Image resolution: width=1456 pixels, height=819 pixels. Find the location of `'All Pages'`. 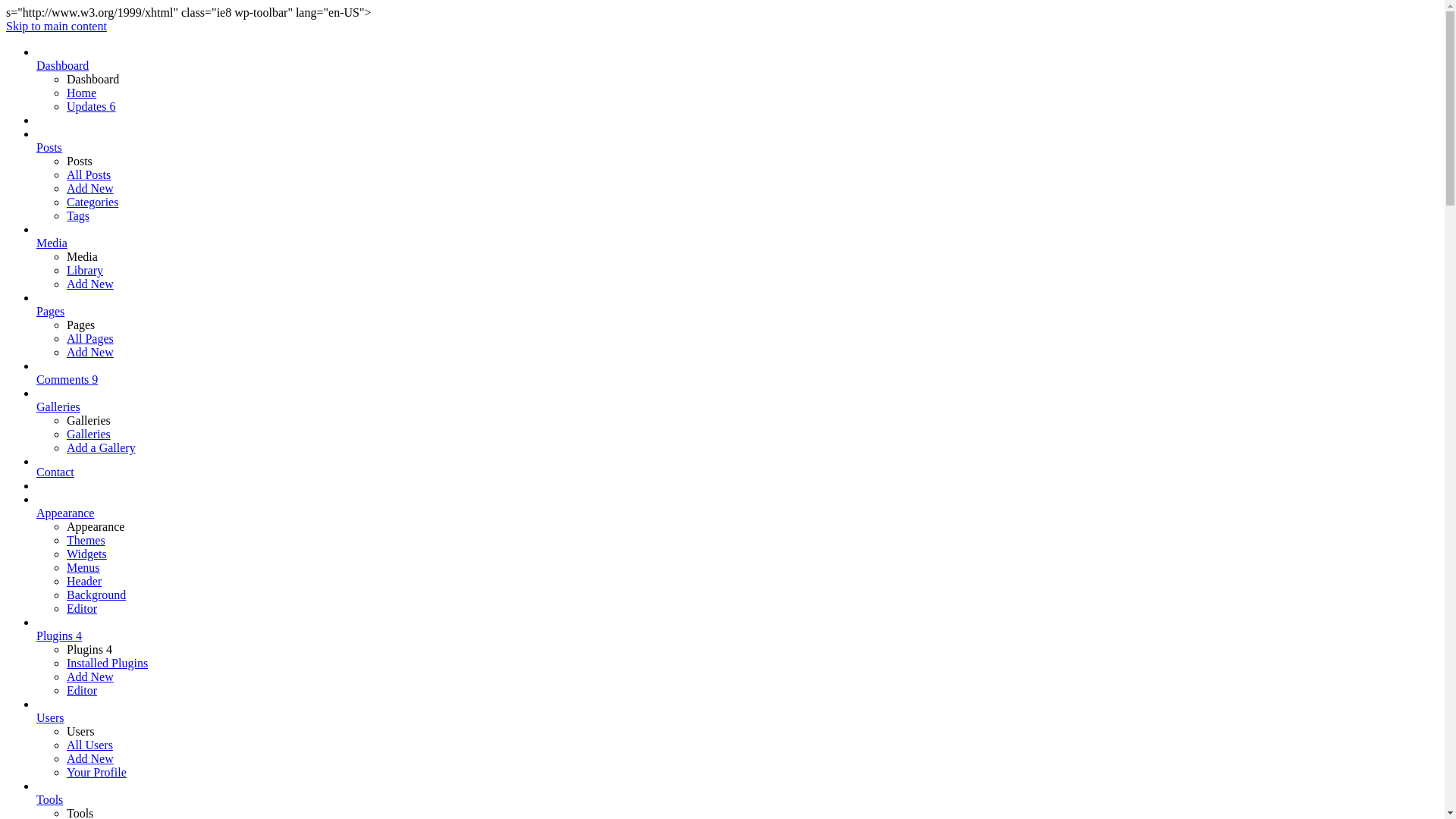

'All Pages' is located at coordinates (65, 337).